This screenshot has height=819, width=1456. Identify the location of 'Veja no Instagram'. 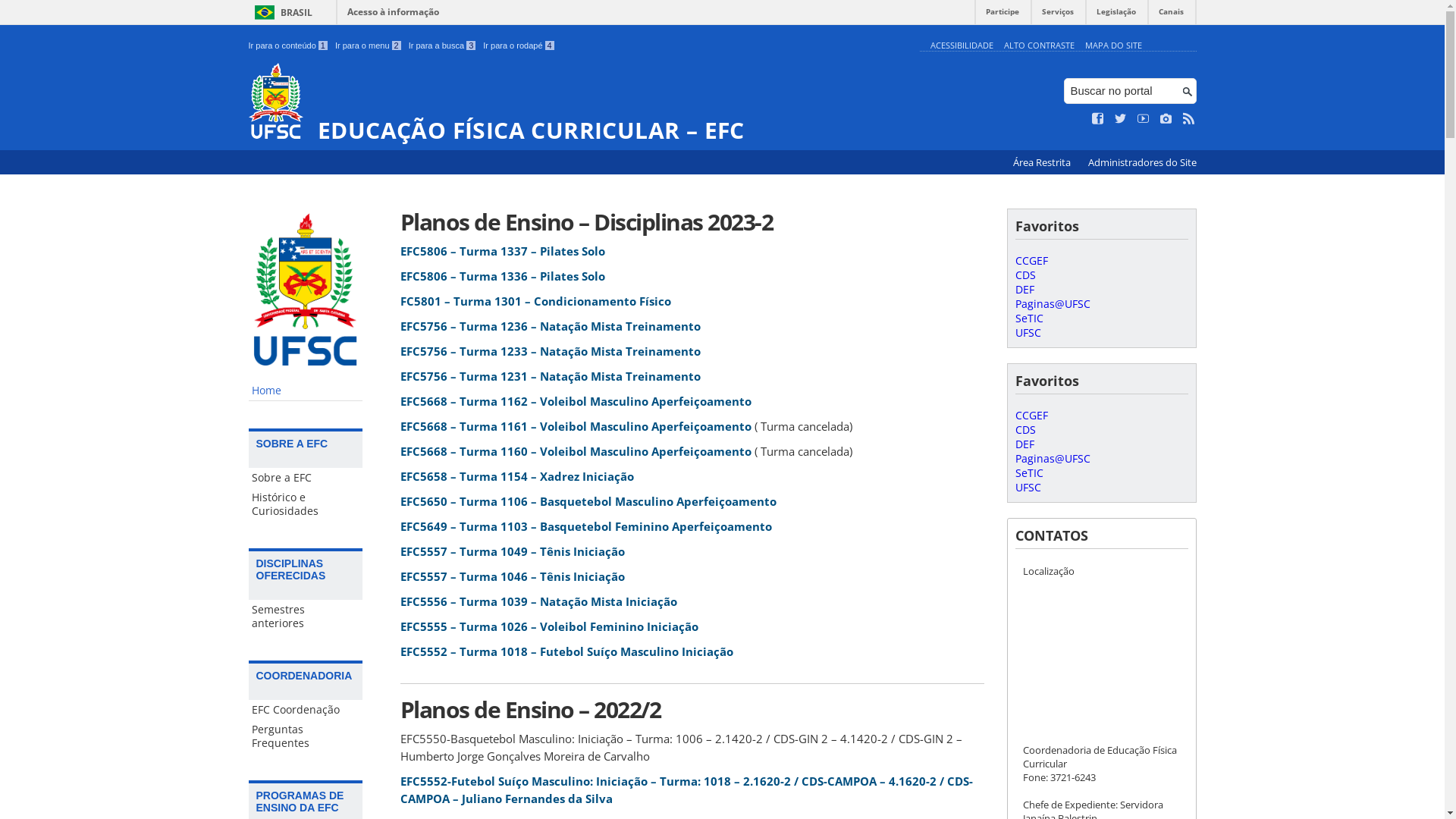
(1165, 118).